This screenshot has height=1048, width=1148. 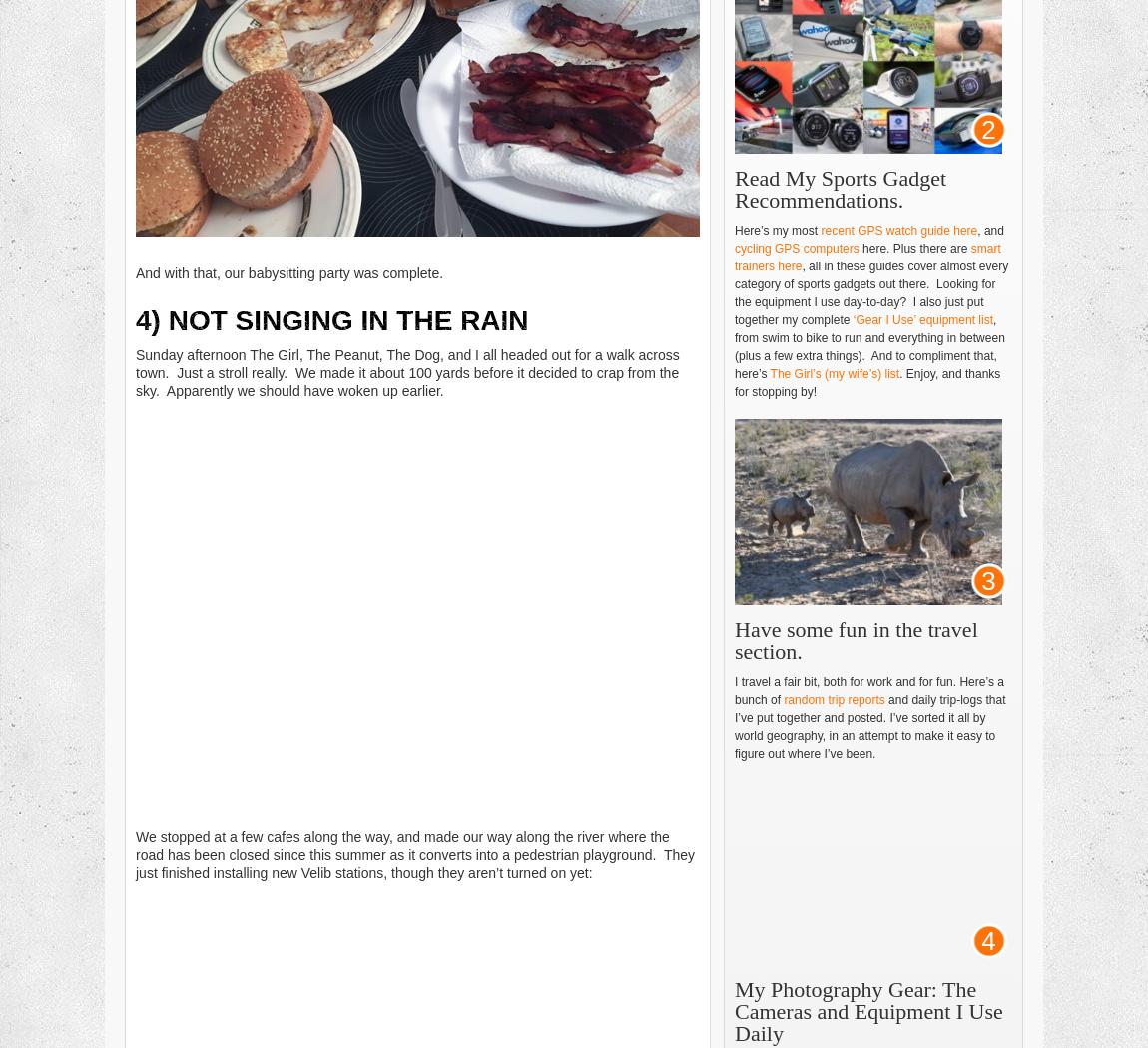 I want to click on '‘Gear I Use’ equipment list', so click(x=922, y=319).